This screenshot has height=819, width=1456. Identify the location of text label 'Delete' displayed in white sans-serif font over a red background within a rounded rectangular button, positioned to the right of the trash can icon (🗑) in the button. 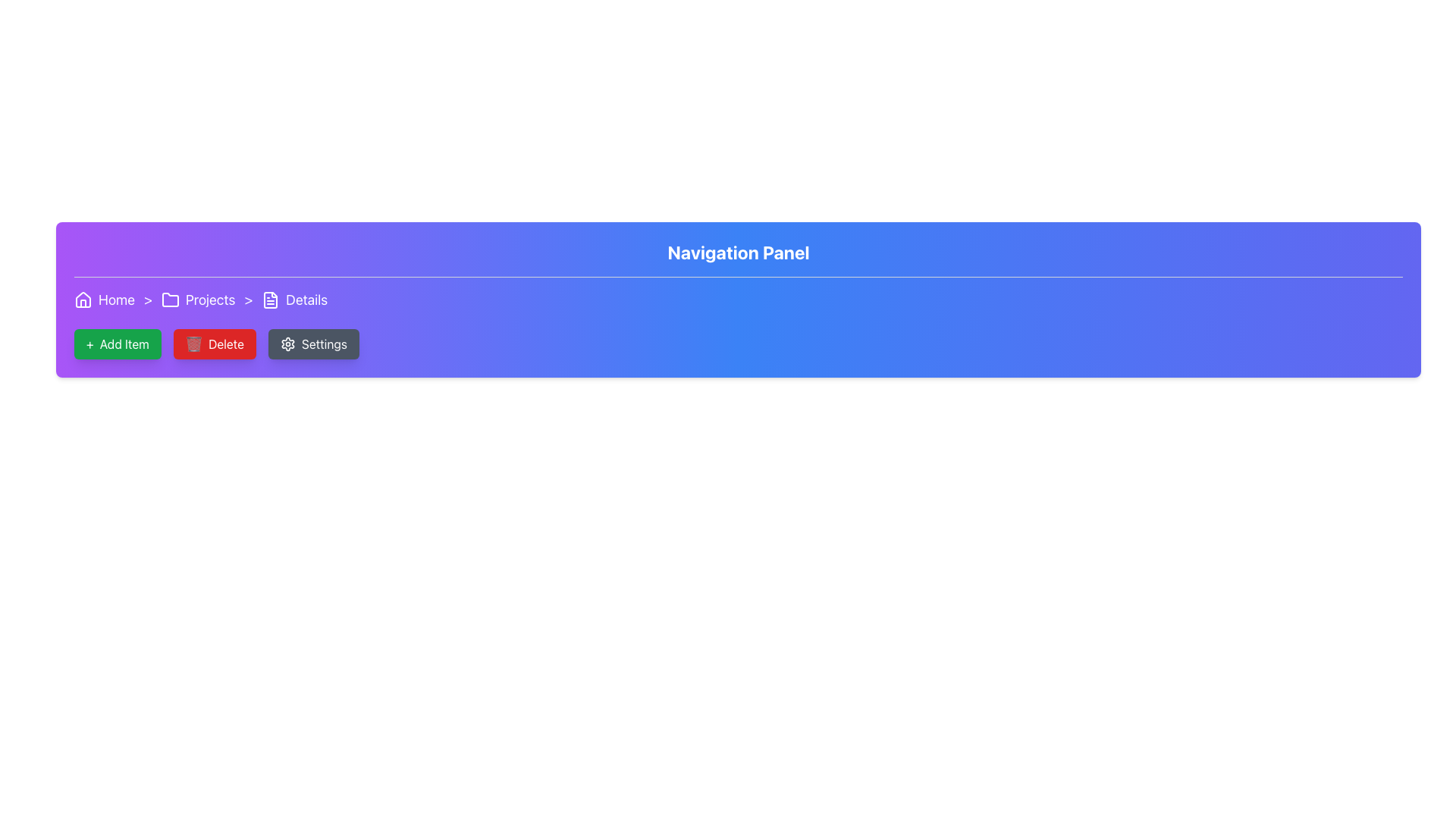
(225, 344).